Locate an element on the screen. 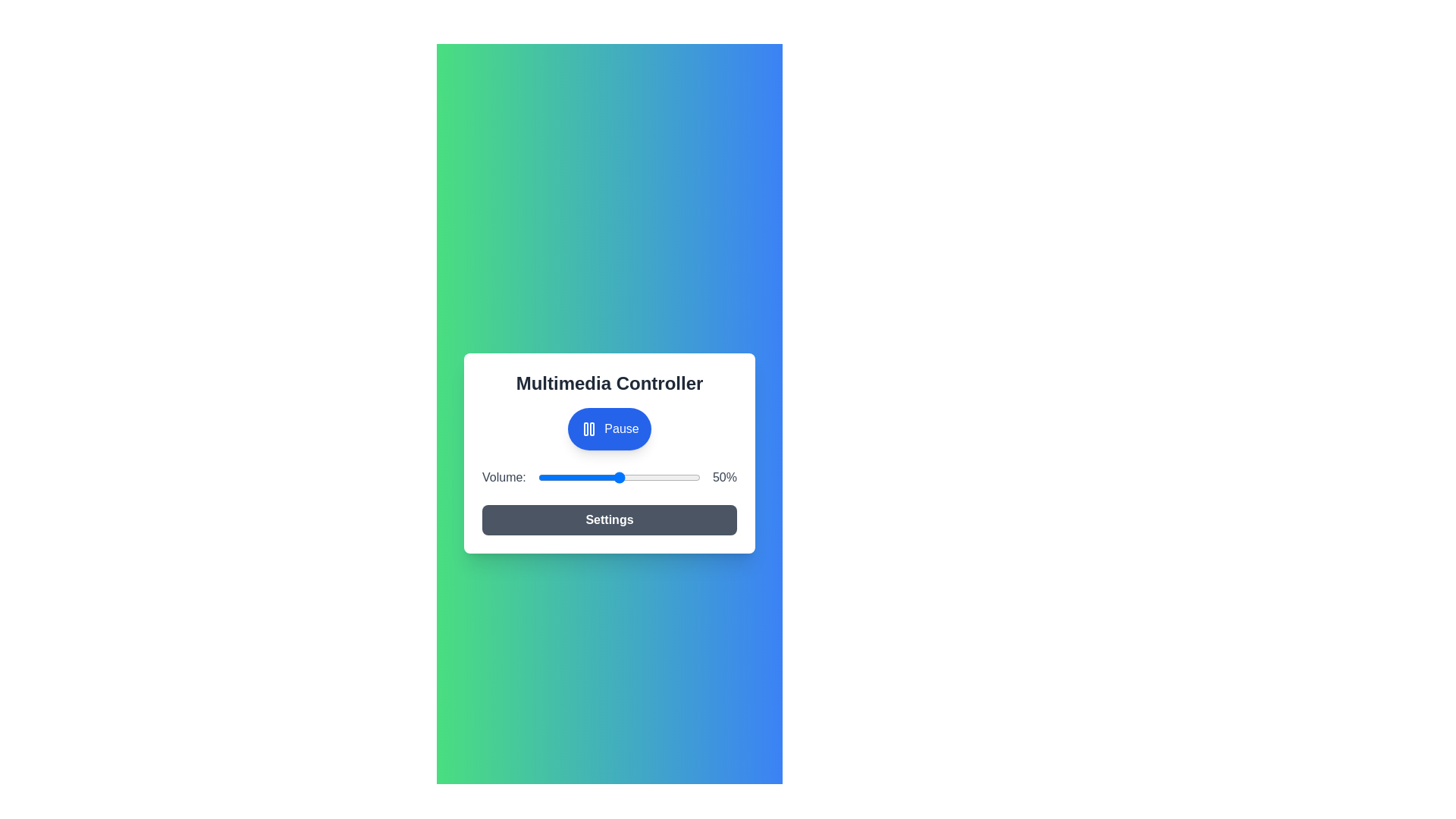  the 'Settings' button located at the bottom of the 'Multimedia Controller' card is located at coordinates (610, 519).